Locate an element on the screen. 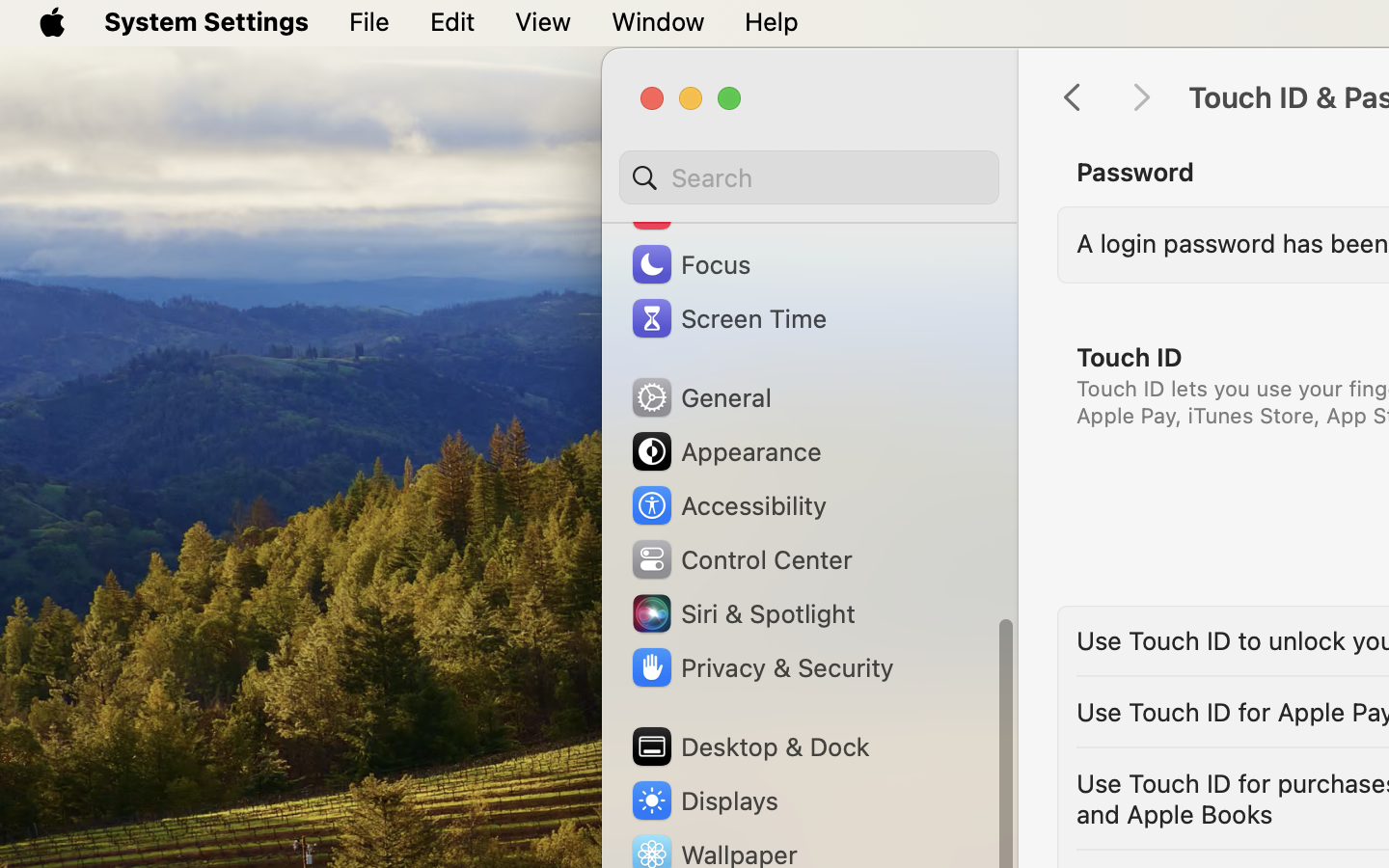 Image resolution: width=1389 pixels, height=868 pixels. 'Displays' is located at coordinates (702, 800).